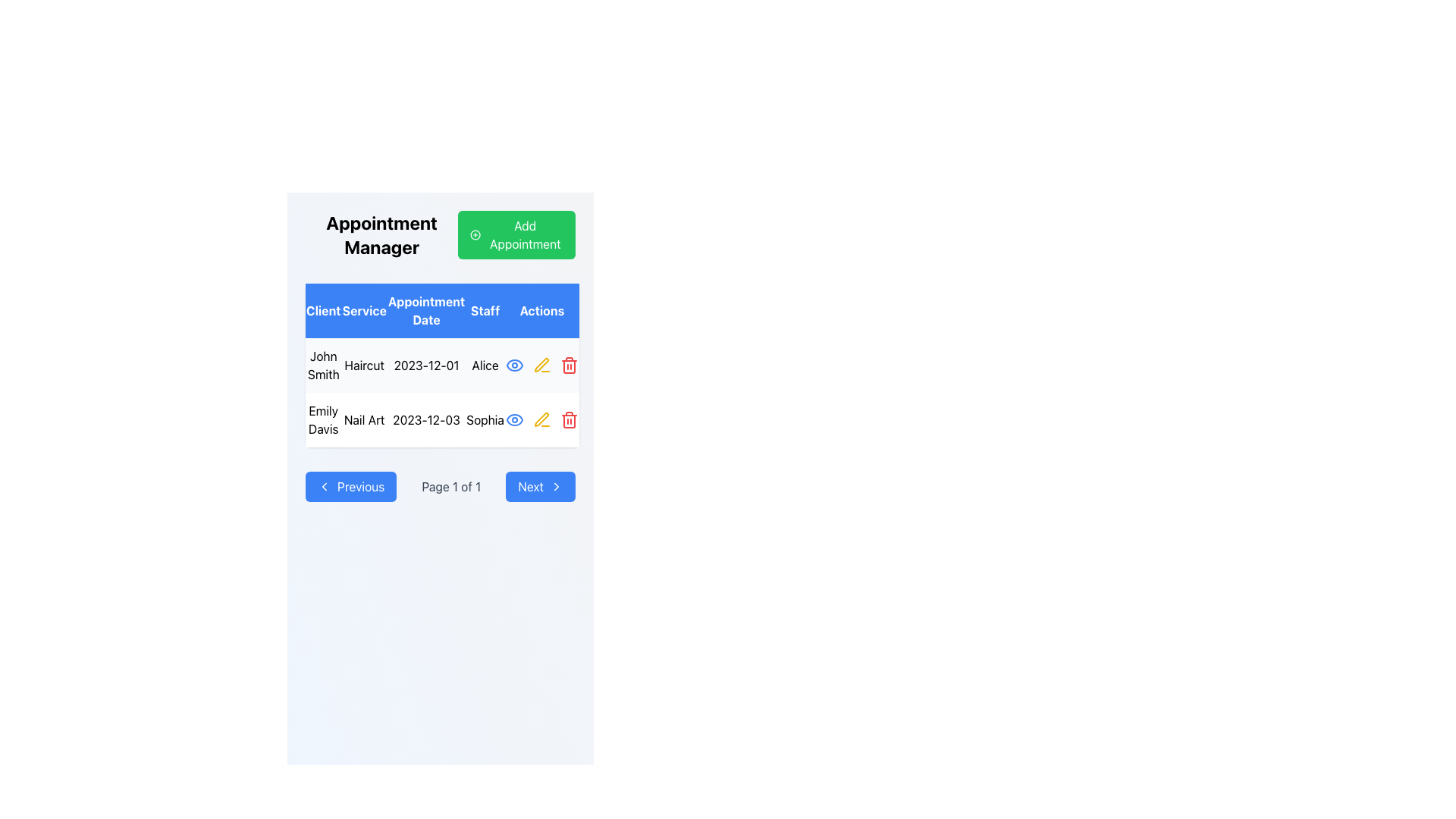 The image size is (1456, 819). Describe the element at coordinates (568, 366) in the screenshot. I see `the red trash can-shaped icon in the 'Actions' column of the second row of the table to trigger the hover effect` at that location.